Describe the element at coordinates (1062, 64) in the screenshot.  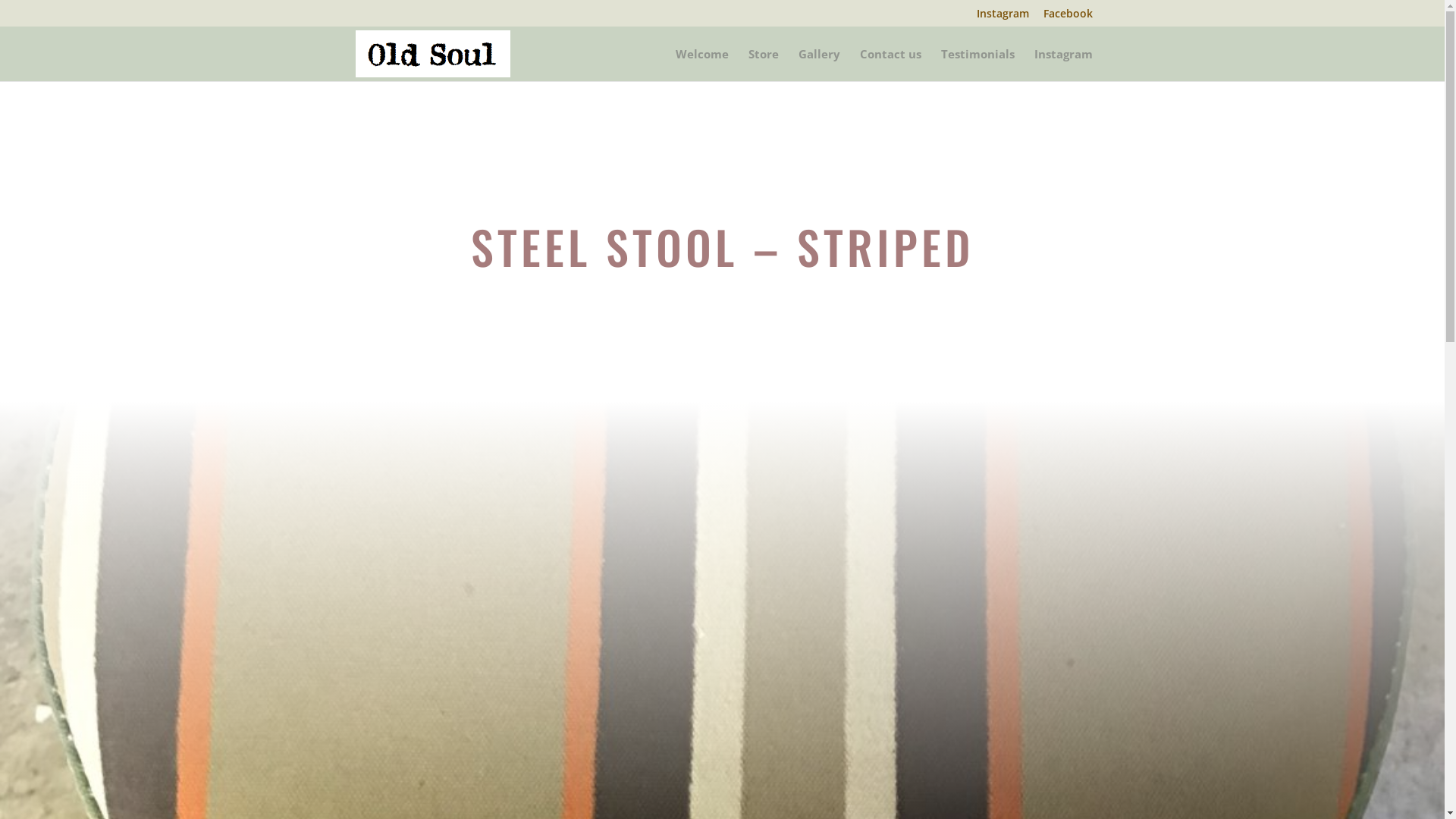
I see `'Instagram'` at that location.